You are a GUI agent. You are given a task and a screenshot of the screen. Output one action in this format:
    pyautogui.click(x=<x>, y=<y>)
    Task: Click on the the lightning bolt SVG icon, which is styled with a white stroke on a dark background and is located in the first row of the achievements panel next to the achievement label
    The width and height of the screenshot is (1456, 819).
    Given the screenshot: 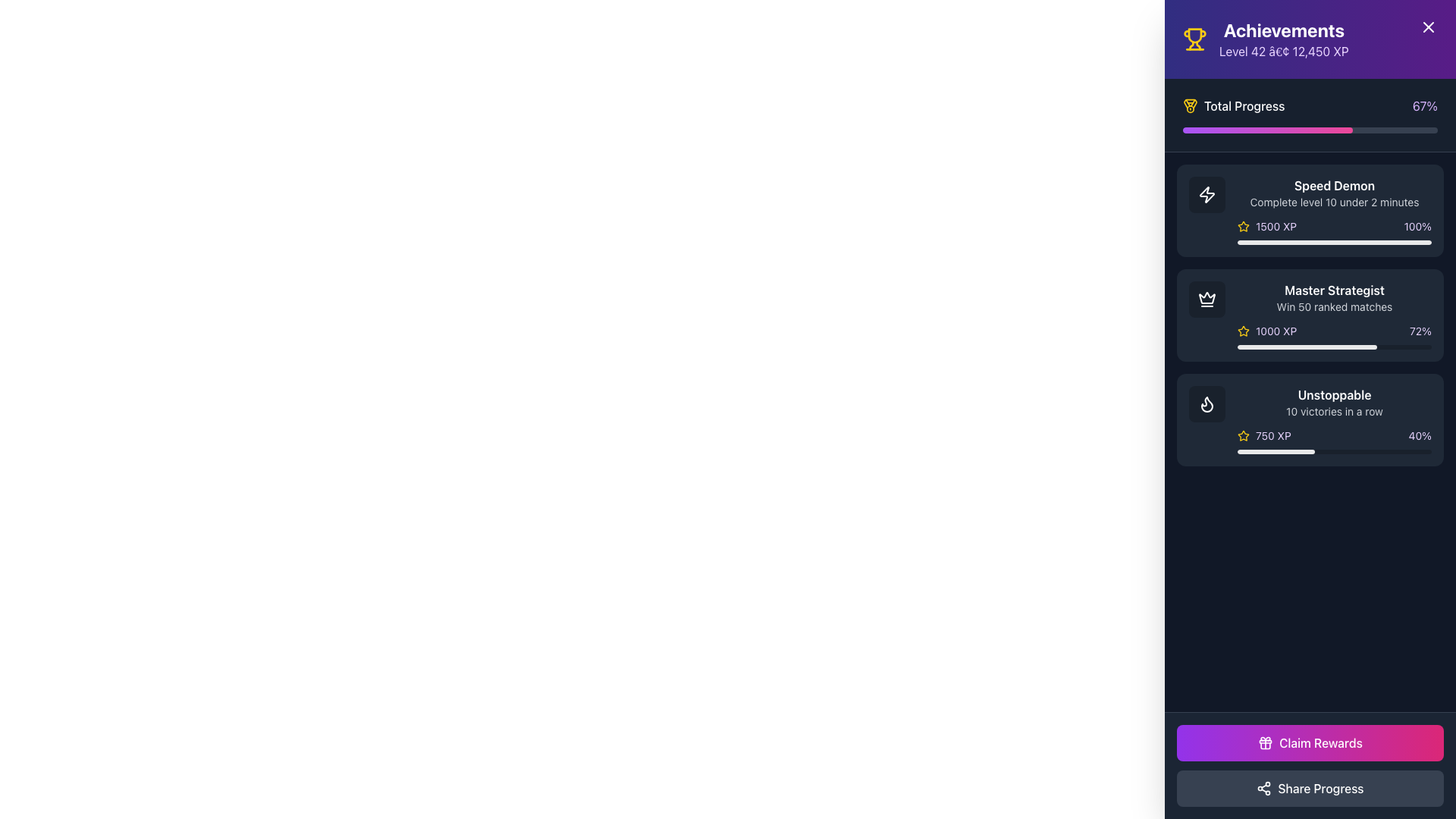 What is the action you would take?
    pyautogui.click(x=1207, y=193)
    